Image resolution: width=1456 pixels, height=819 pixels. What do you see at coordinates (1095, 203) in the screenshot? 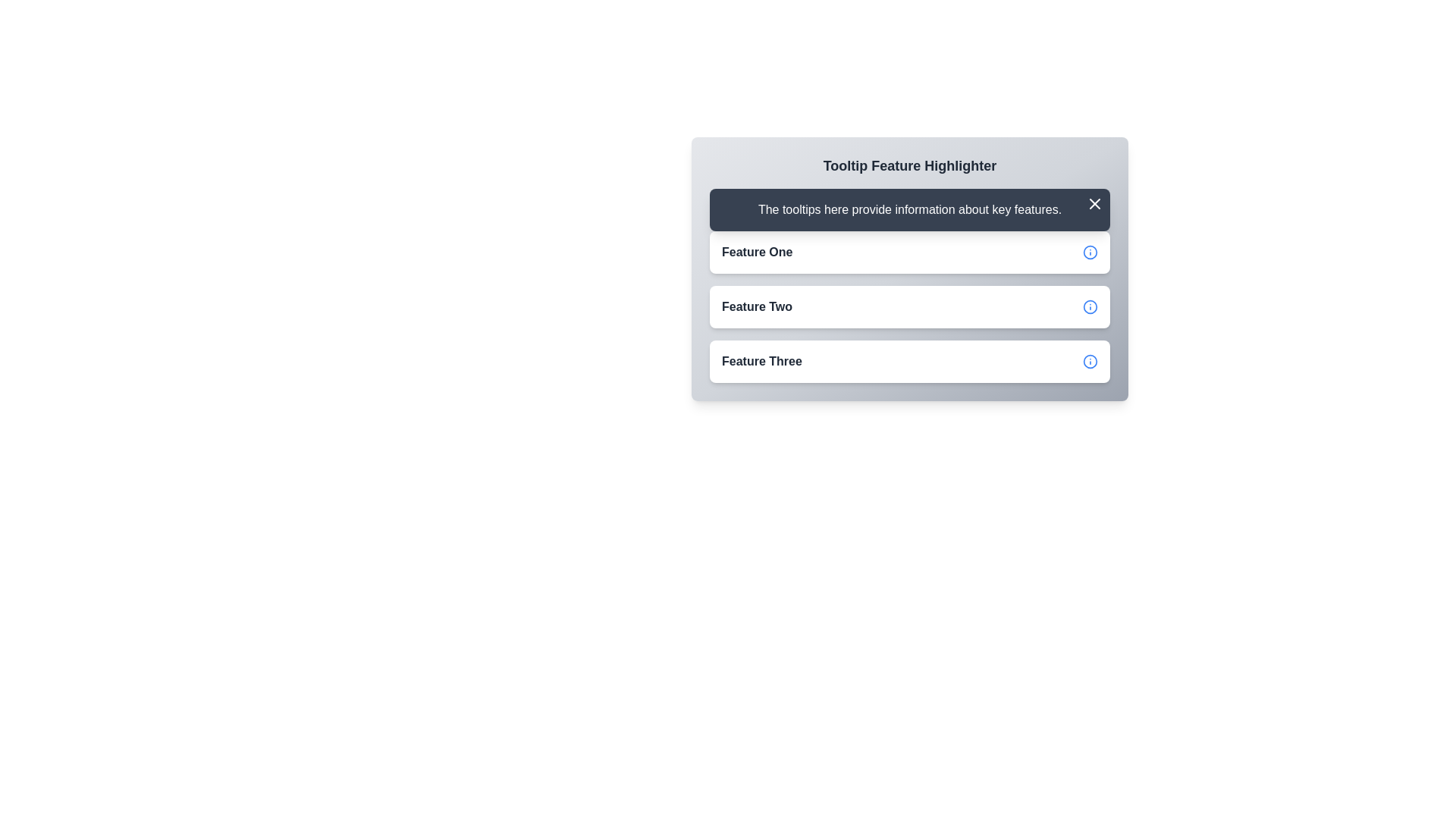
I see `the 'X' icon button located in the top right corner of the tooltip` at bounding box center [1095, 203].